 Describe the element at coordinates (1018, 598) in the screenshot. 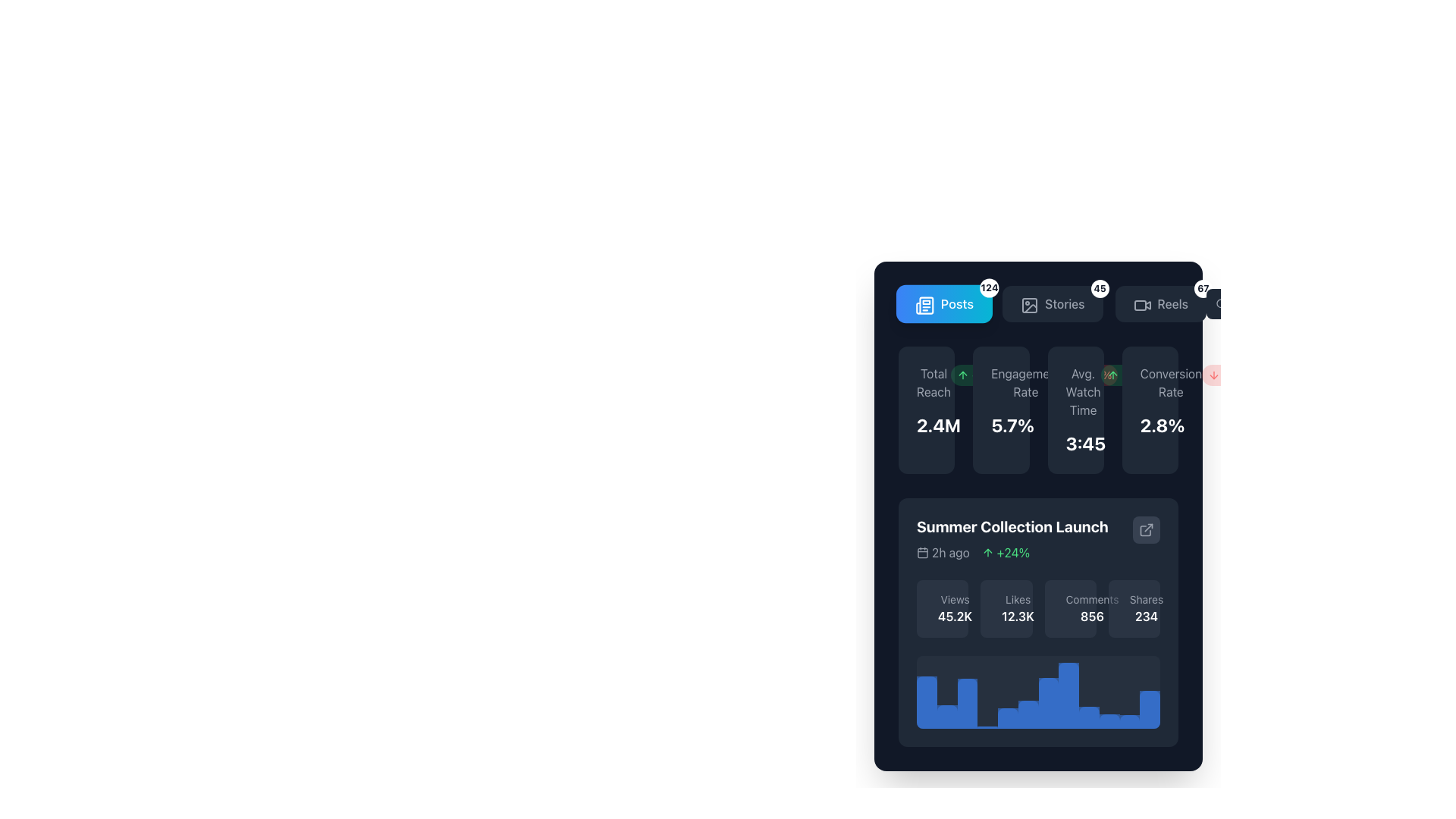

I see `the text label that reads 'Likes', which is displayed in light gray font against a dark background, positioned above the numeric value '12.3K' in a section titled 'Summer Collection Launch'` at that location.